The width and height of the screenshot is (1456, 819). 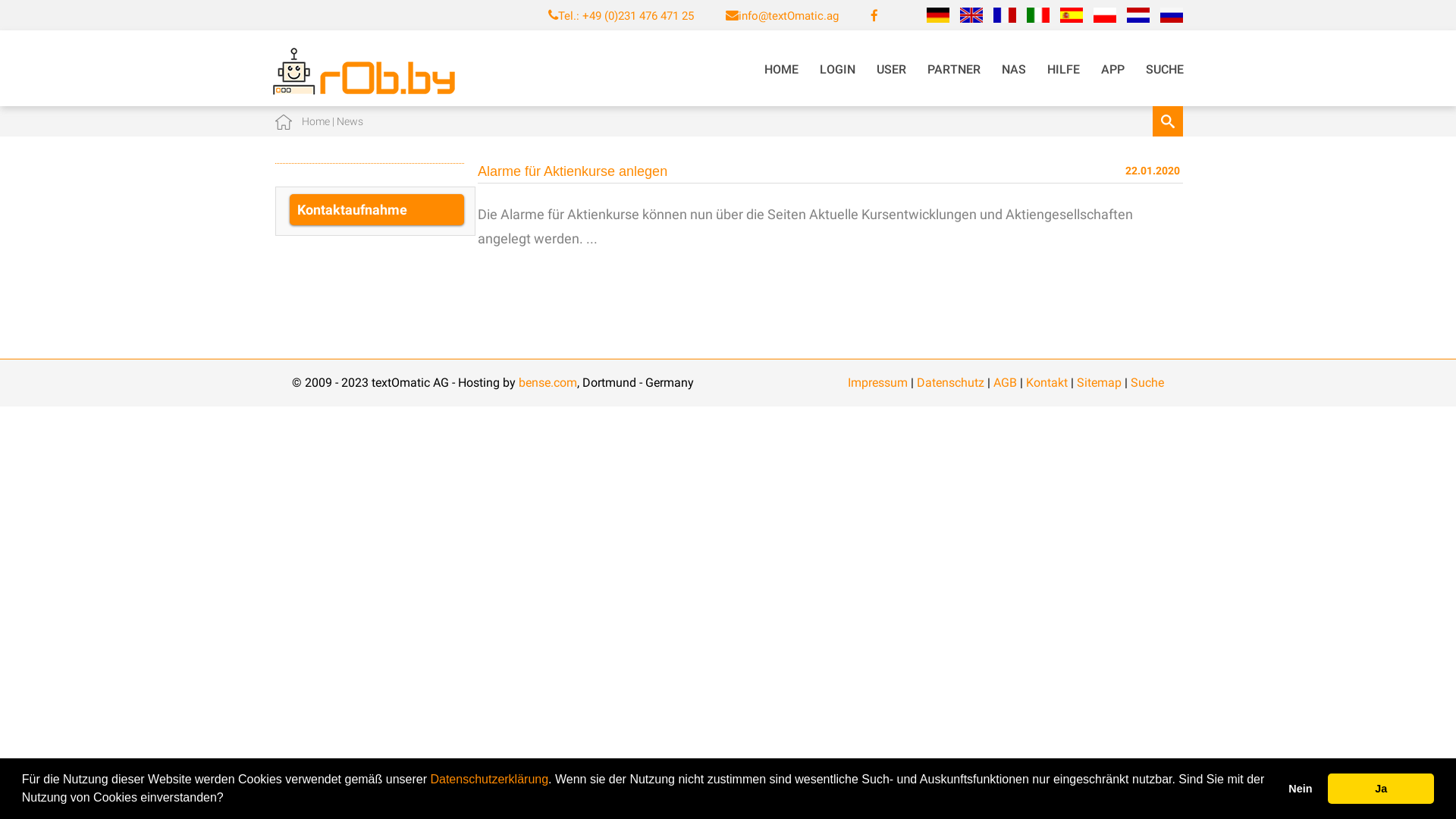 I want to click on 'NAS', so click(x=1014, y=69).